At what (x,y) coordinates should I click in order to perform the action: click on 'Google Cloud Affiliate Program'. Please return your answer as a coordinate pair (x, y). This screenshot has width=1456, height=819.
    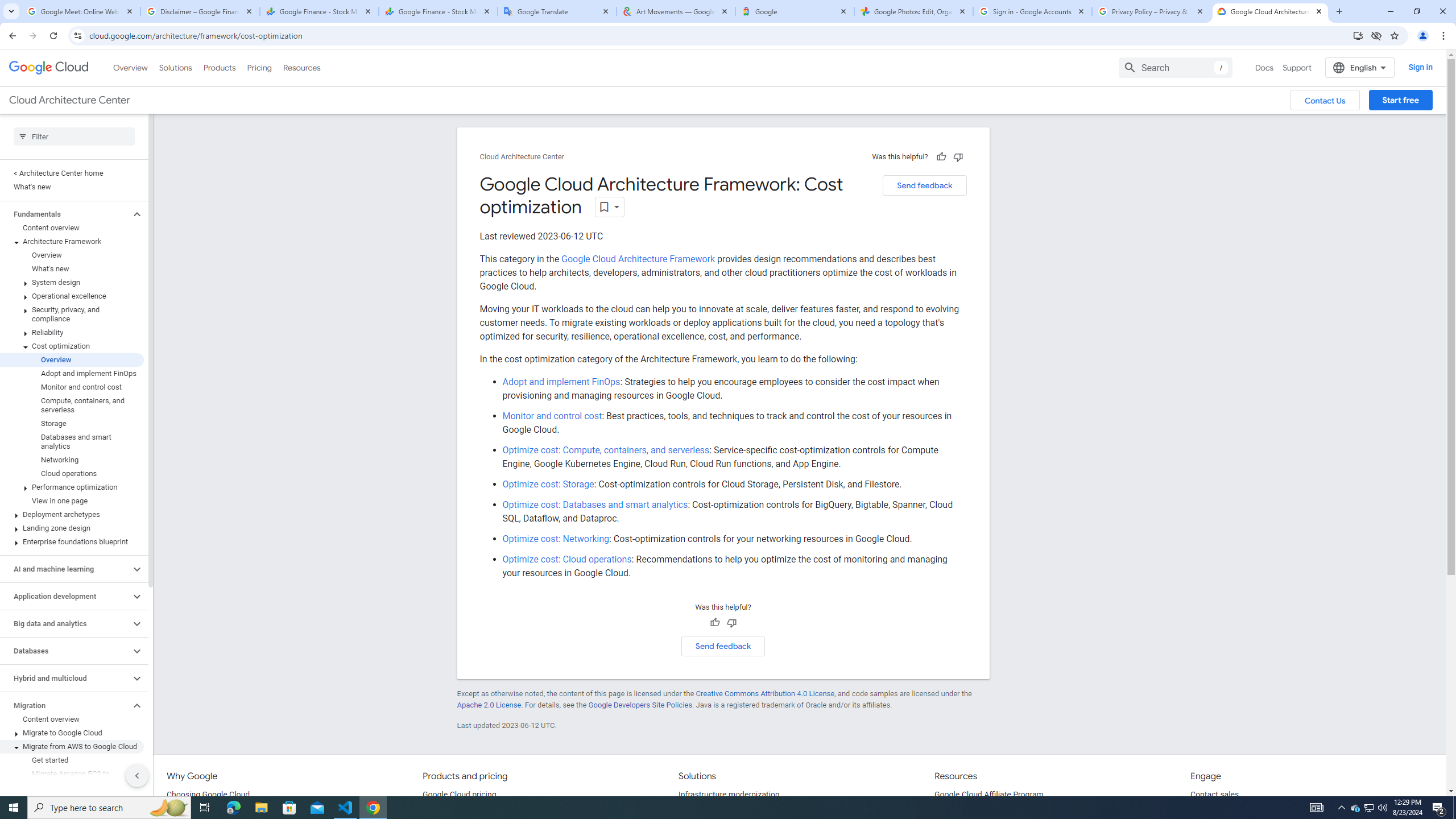
    Looking at the image, I should click on (988, 795).